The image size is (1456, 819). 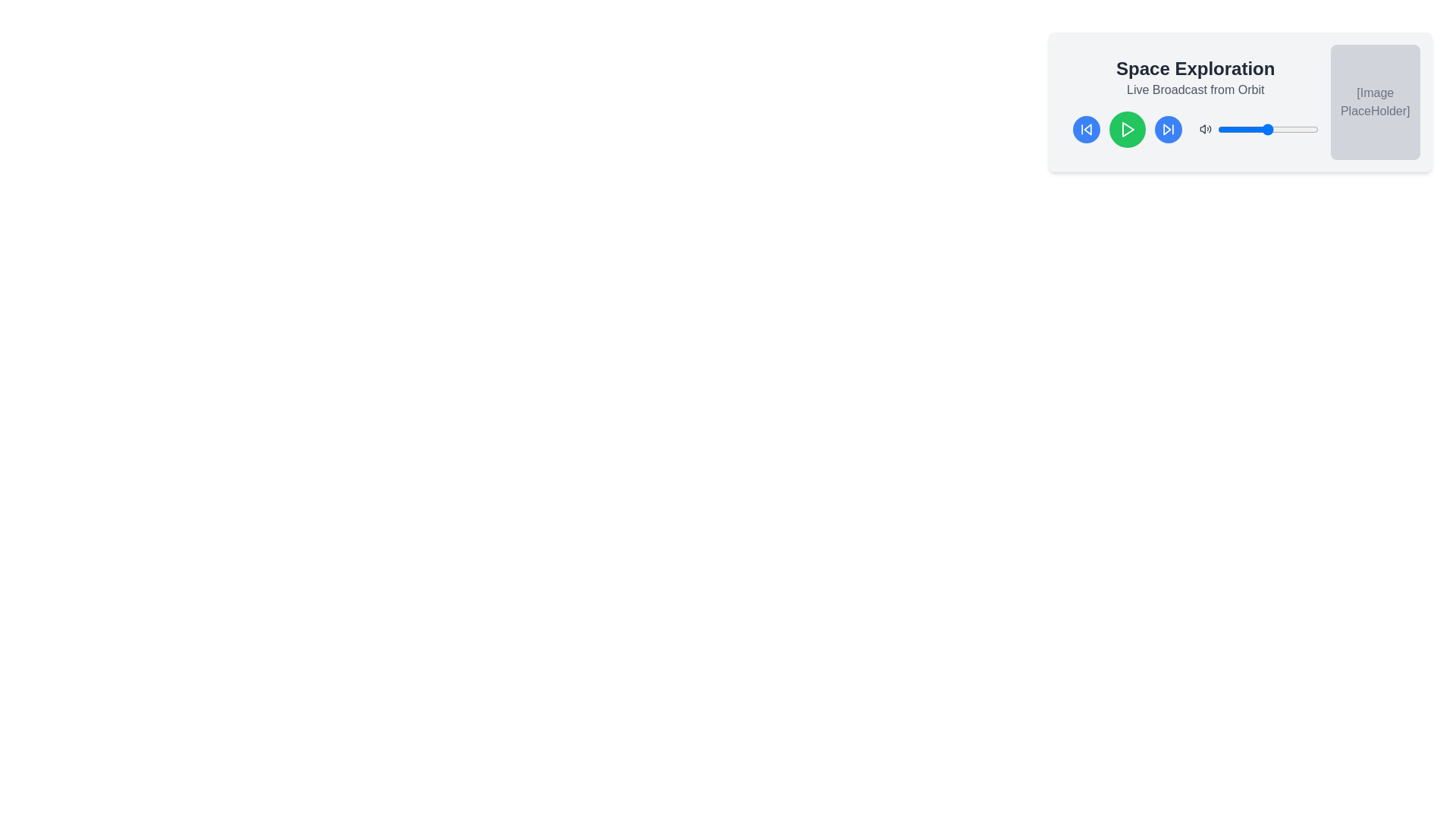 What do you see at coordinates (1240, 128) in the screenshot?
I see `slider value` at bounding box center [1240, 128].